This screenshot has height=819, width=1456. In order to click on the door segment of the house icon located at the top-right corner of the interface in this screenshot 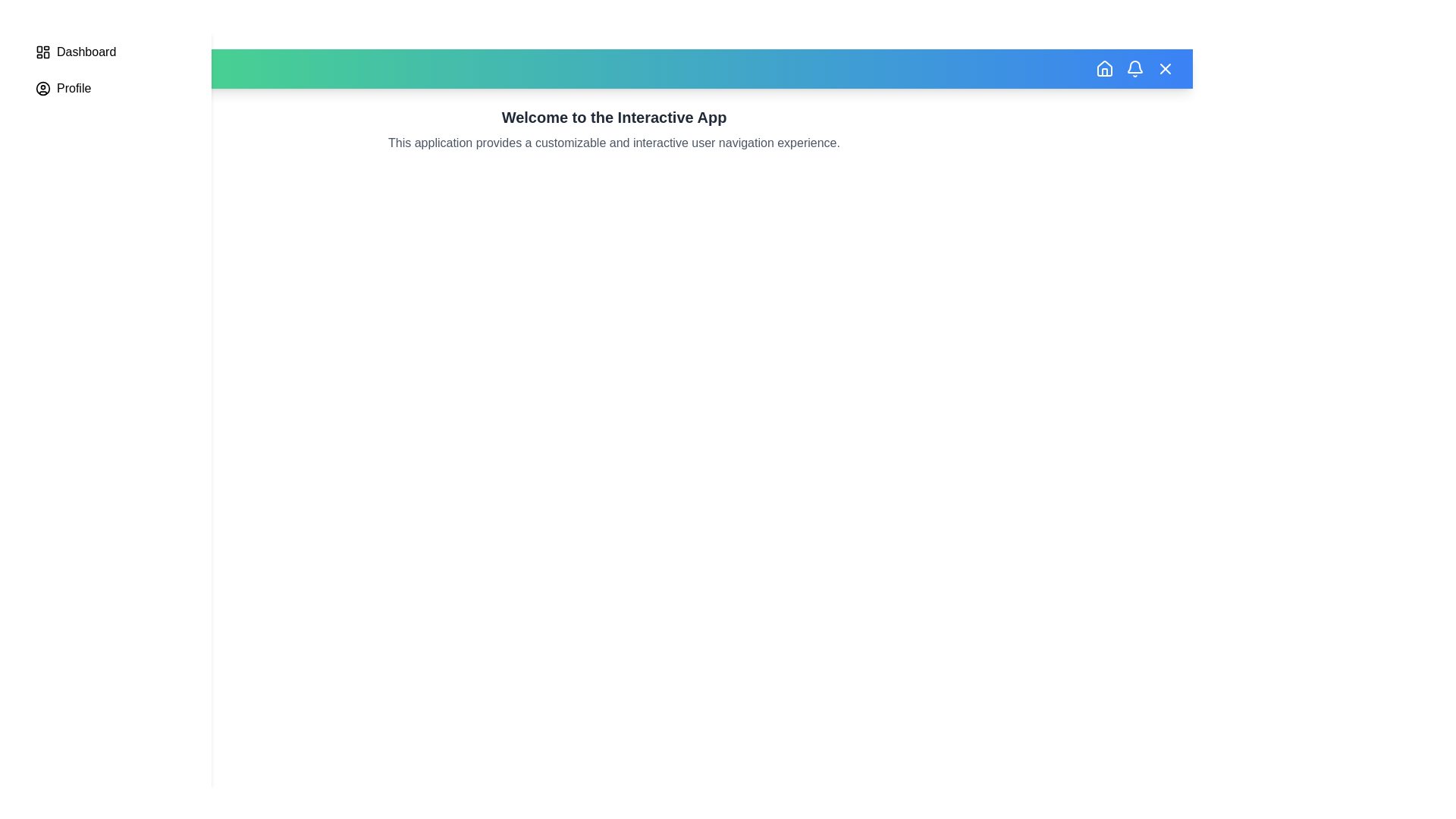, I will do `click(1105, 72)`.